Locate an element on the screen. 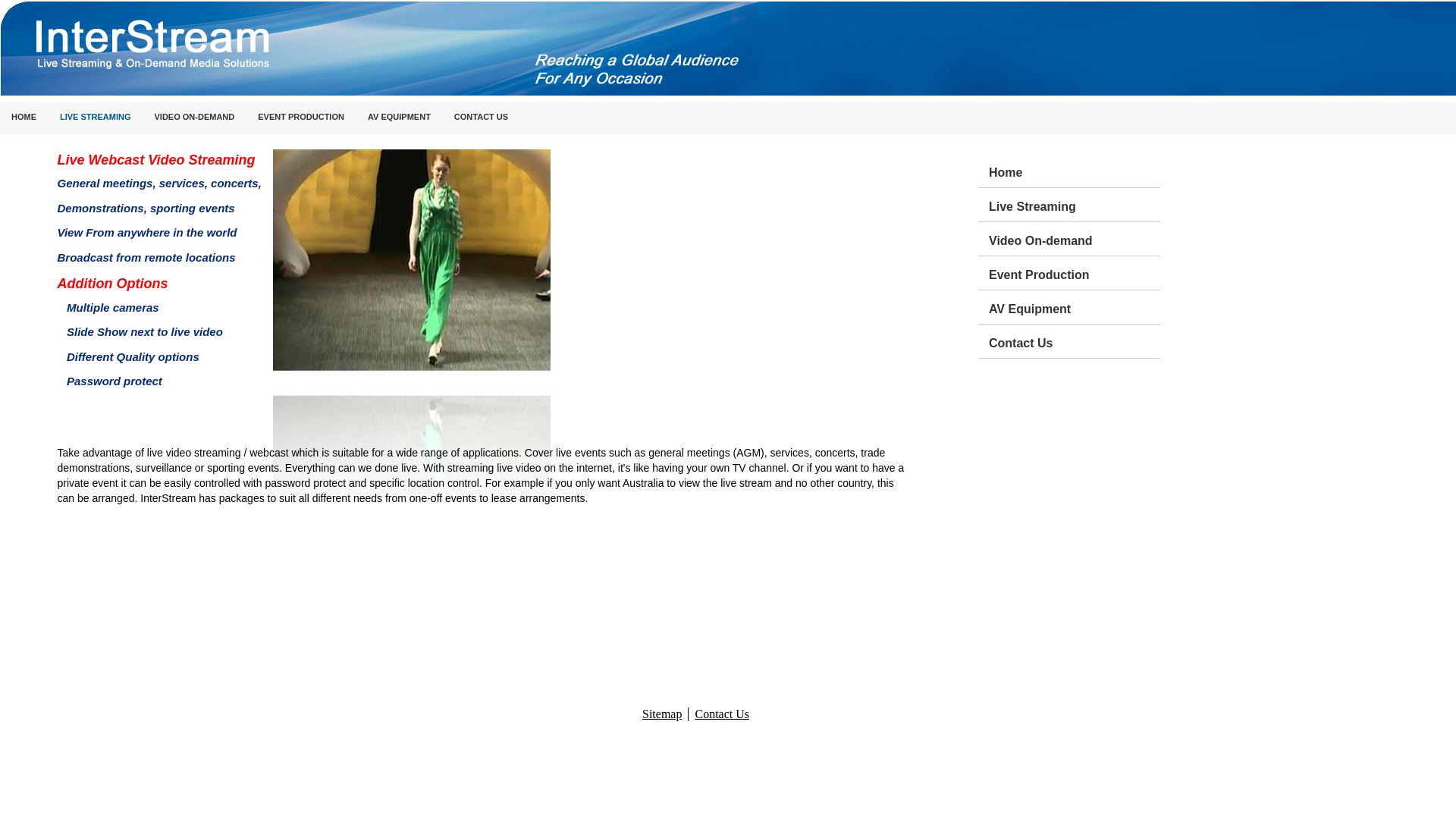 Image resolution: width=1456 pixels, height=819 pixels. 'Video On-demand' is located at coordinates (1073, 239).